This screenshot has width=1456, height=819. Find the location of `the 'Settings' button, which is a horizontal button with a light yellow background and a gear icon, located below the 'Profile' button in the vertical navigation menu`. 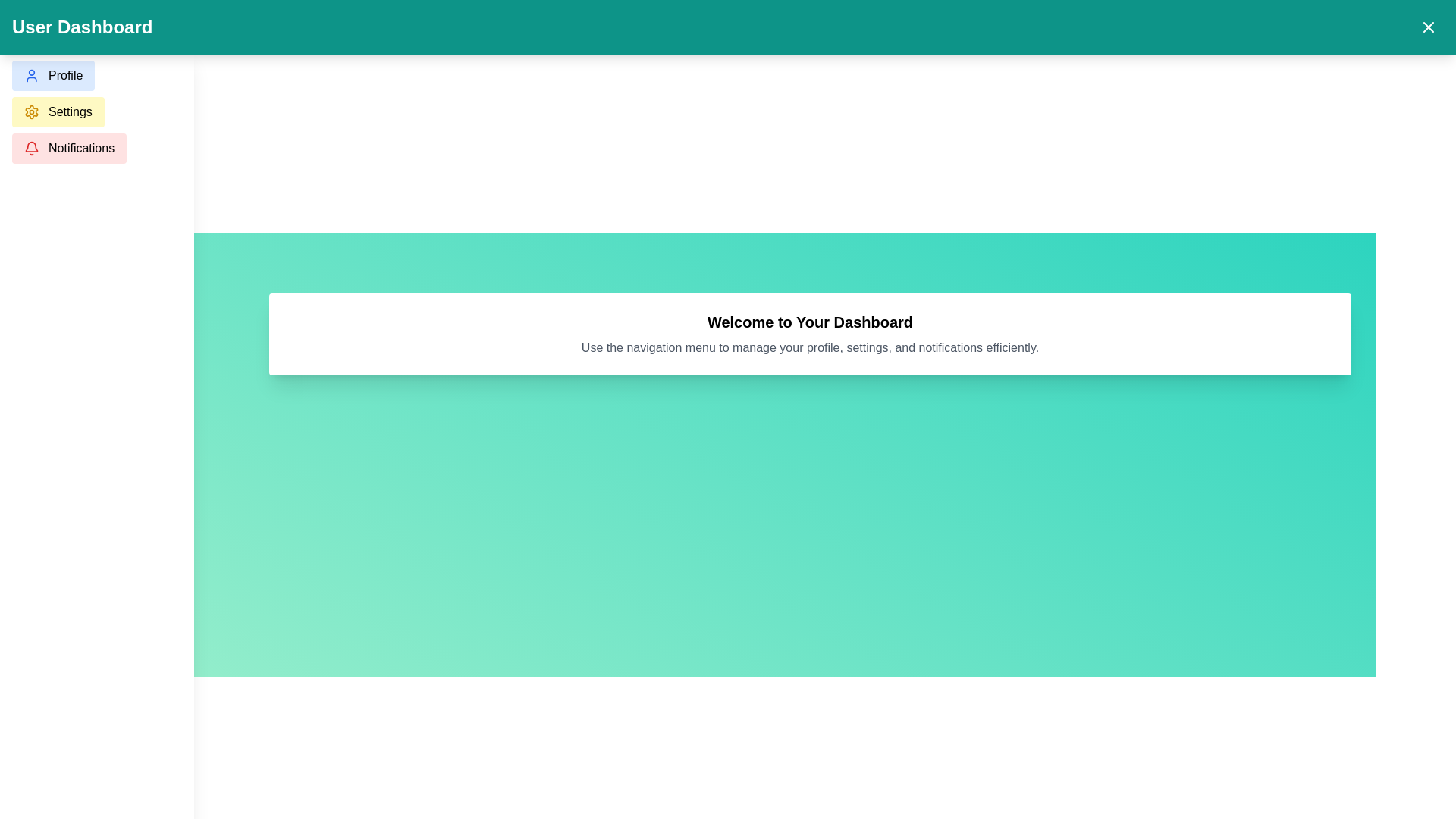

the 'Settings' button, which is a horizontal button with a light yellow background and a gear icon, located below the 'Profile' button in the vertical navigation menu is located at coordinates (58, 111).